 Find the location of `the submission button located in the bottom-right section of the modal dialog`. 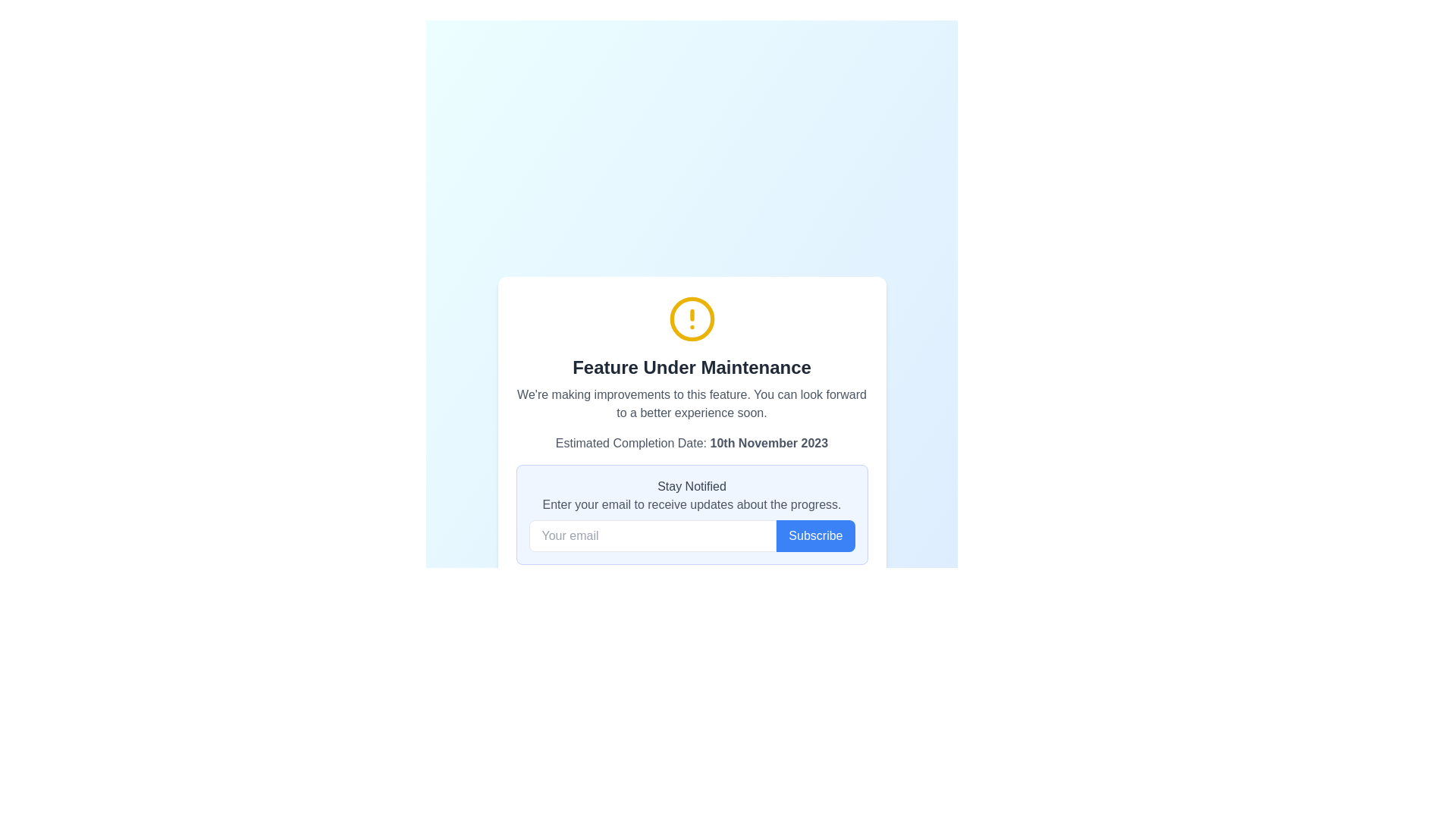

the submission button located in the bottom-right section of the modal dialog is located at coordinates (814, 535).